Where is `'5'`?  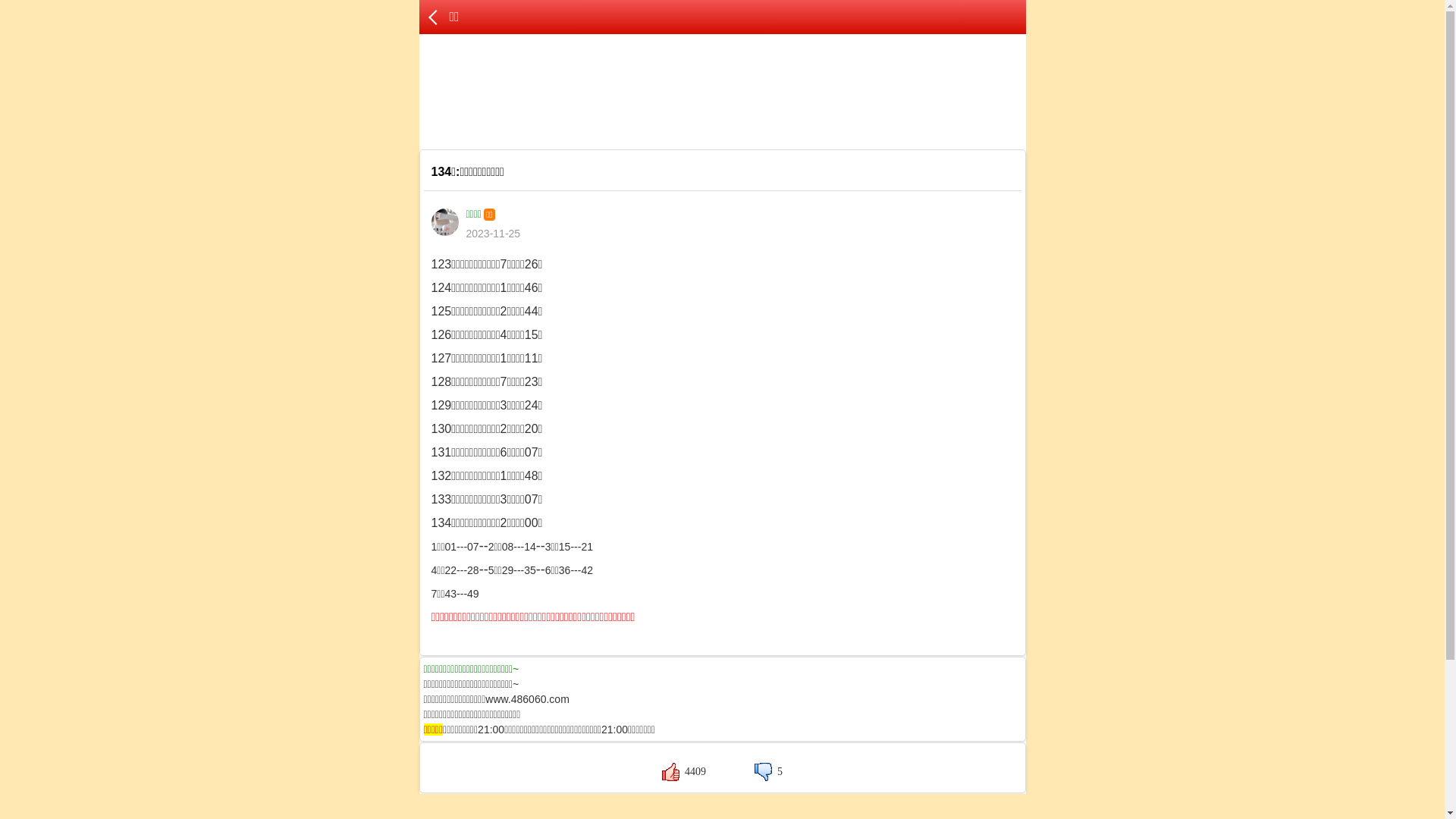
'5' is located at coordinates (768, 771).